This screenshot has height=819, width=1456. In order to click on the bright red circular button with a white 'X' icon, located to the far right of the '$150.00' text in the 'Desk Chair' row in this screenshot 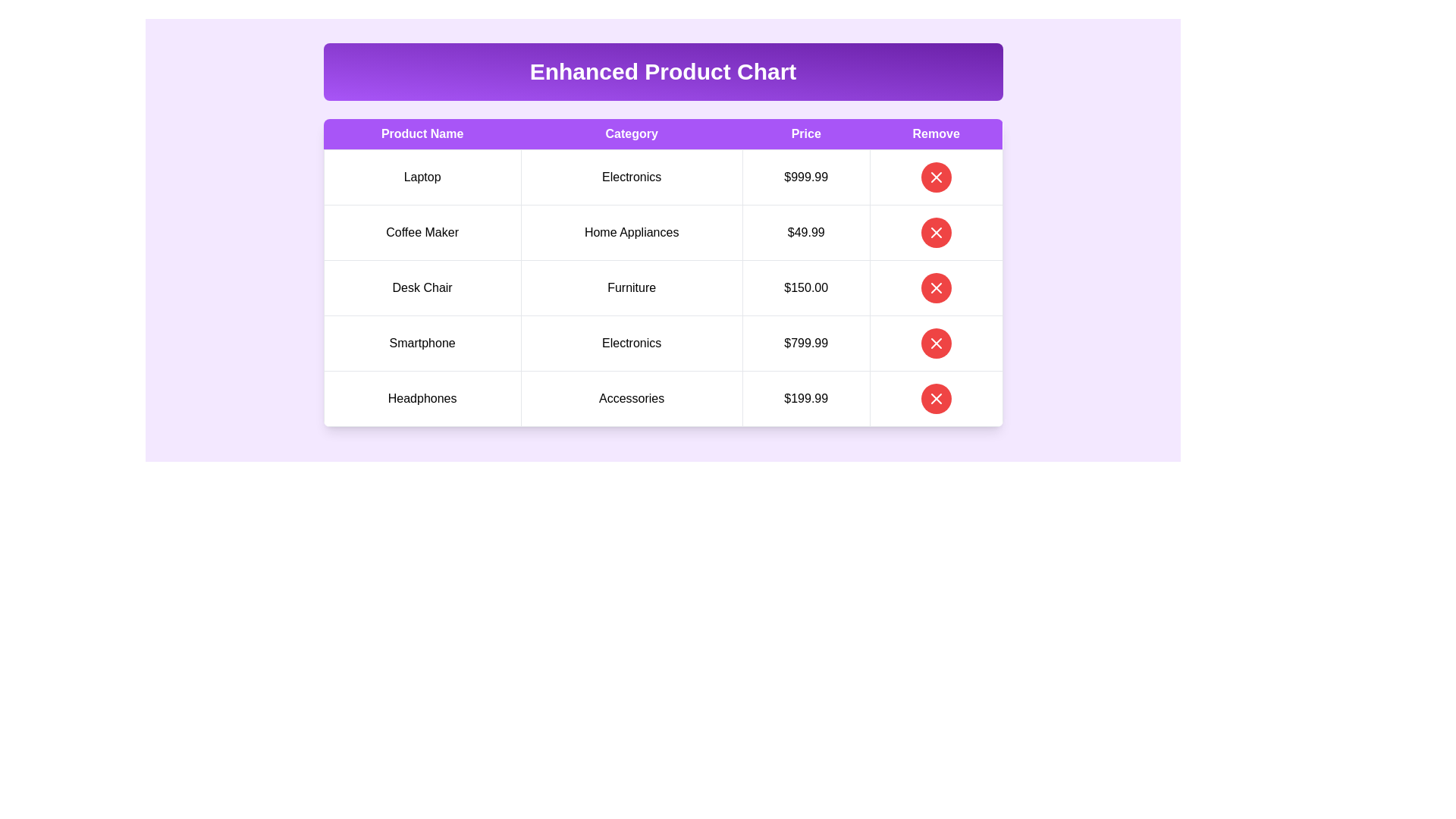, I will do `click(935, 288)`.